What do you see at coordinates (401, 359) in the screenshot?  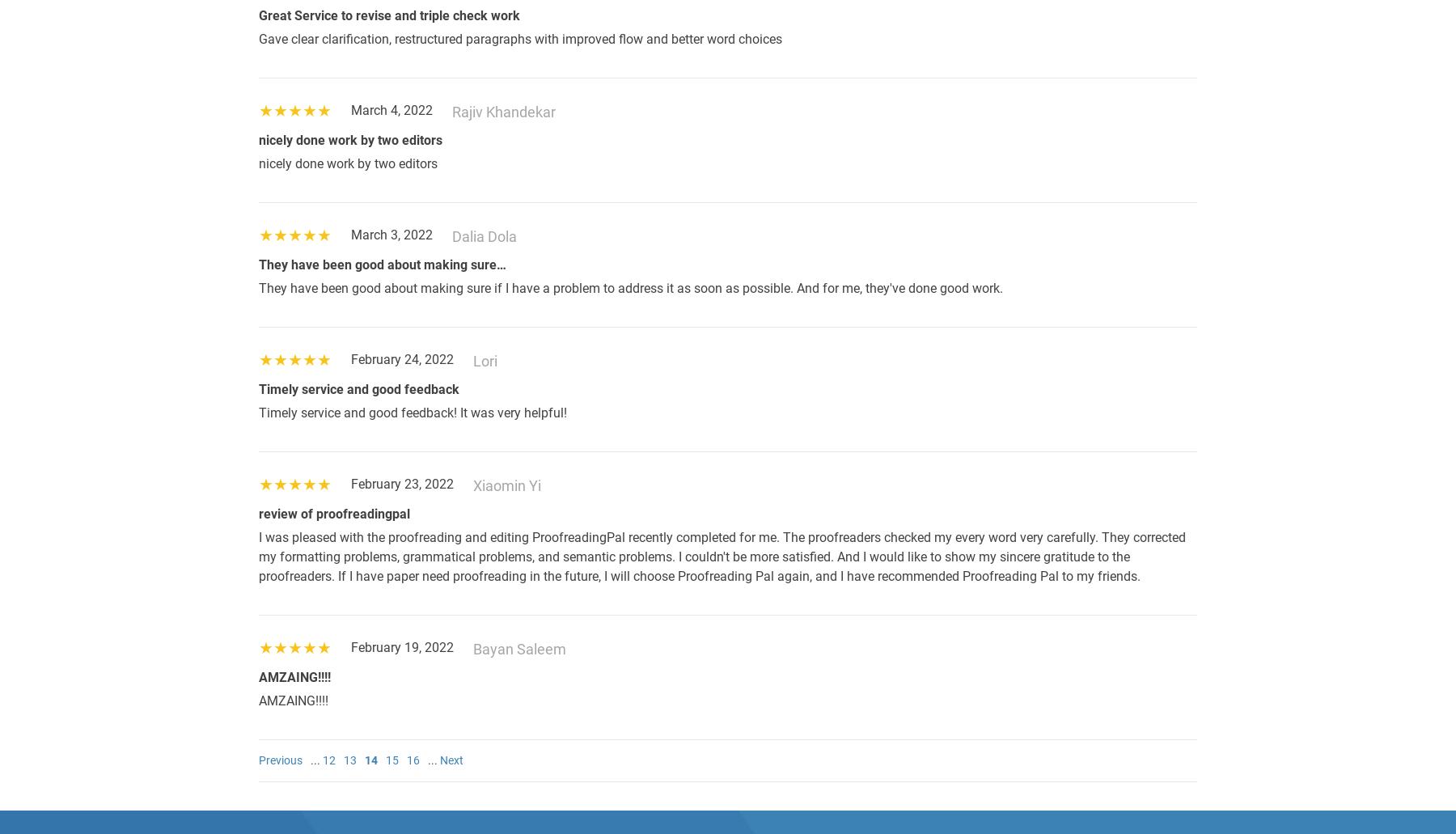 I see `'February 24, 2022'` at bounding box center [401, 359].